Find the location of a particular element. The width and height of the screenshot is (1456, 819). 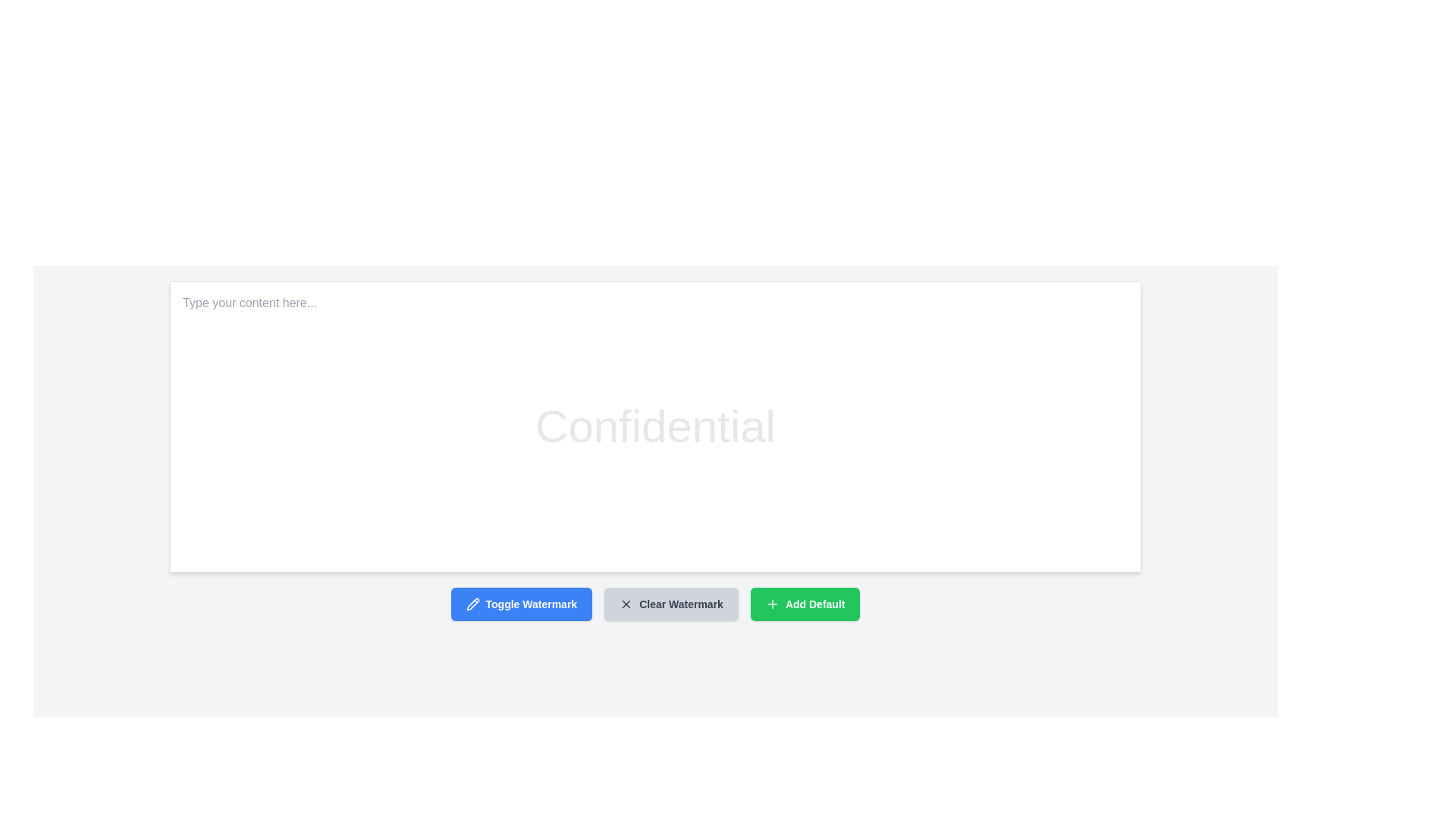

the first button in the row of three buttons at the bottom of the interface is located at coordinates (521, 604).